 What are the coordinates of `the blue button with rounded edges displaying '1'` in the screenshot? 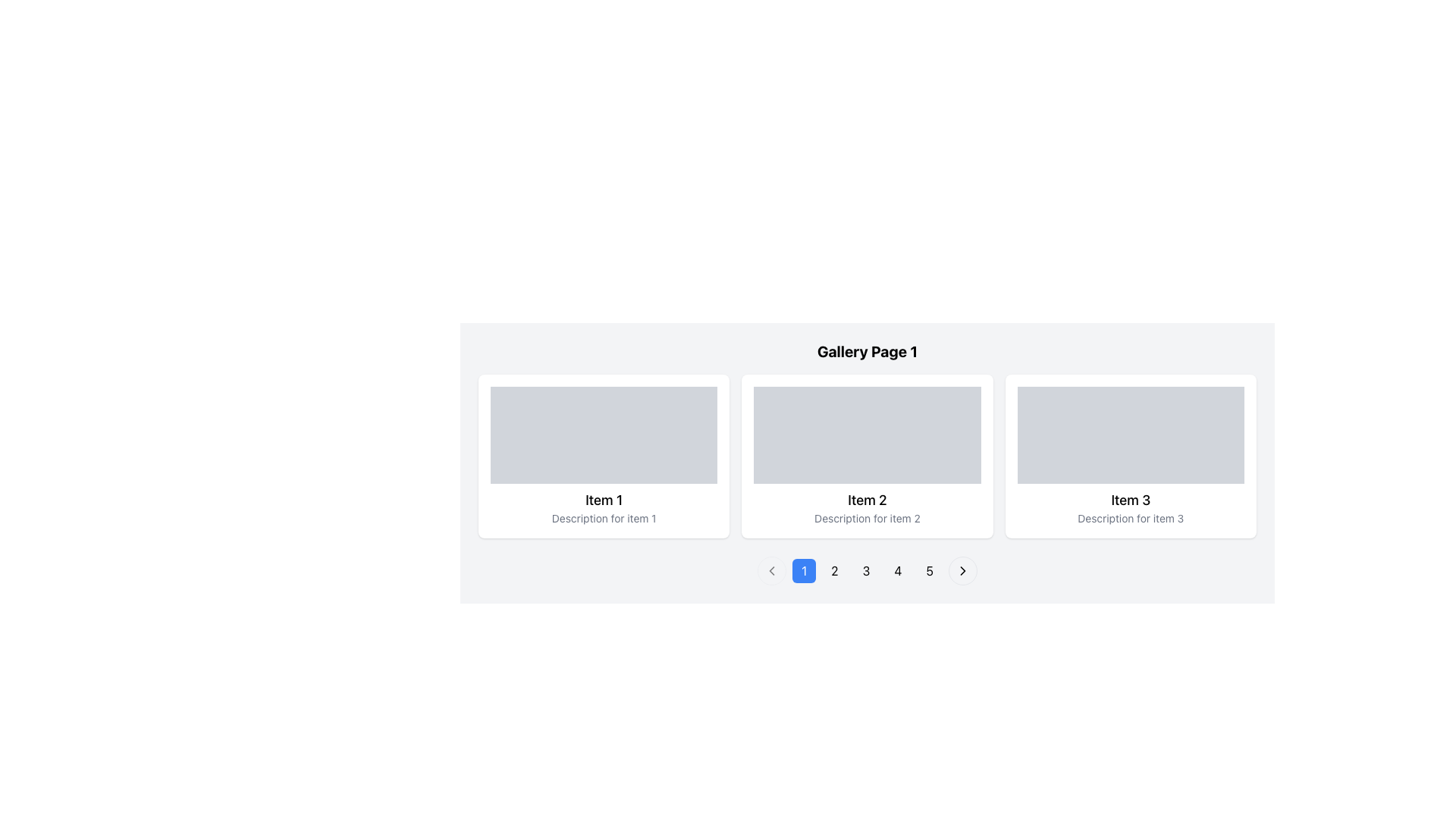 It's located at (803, 570).